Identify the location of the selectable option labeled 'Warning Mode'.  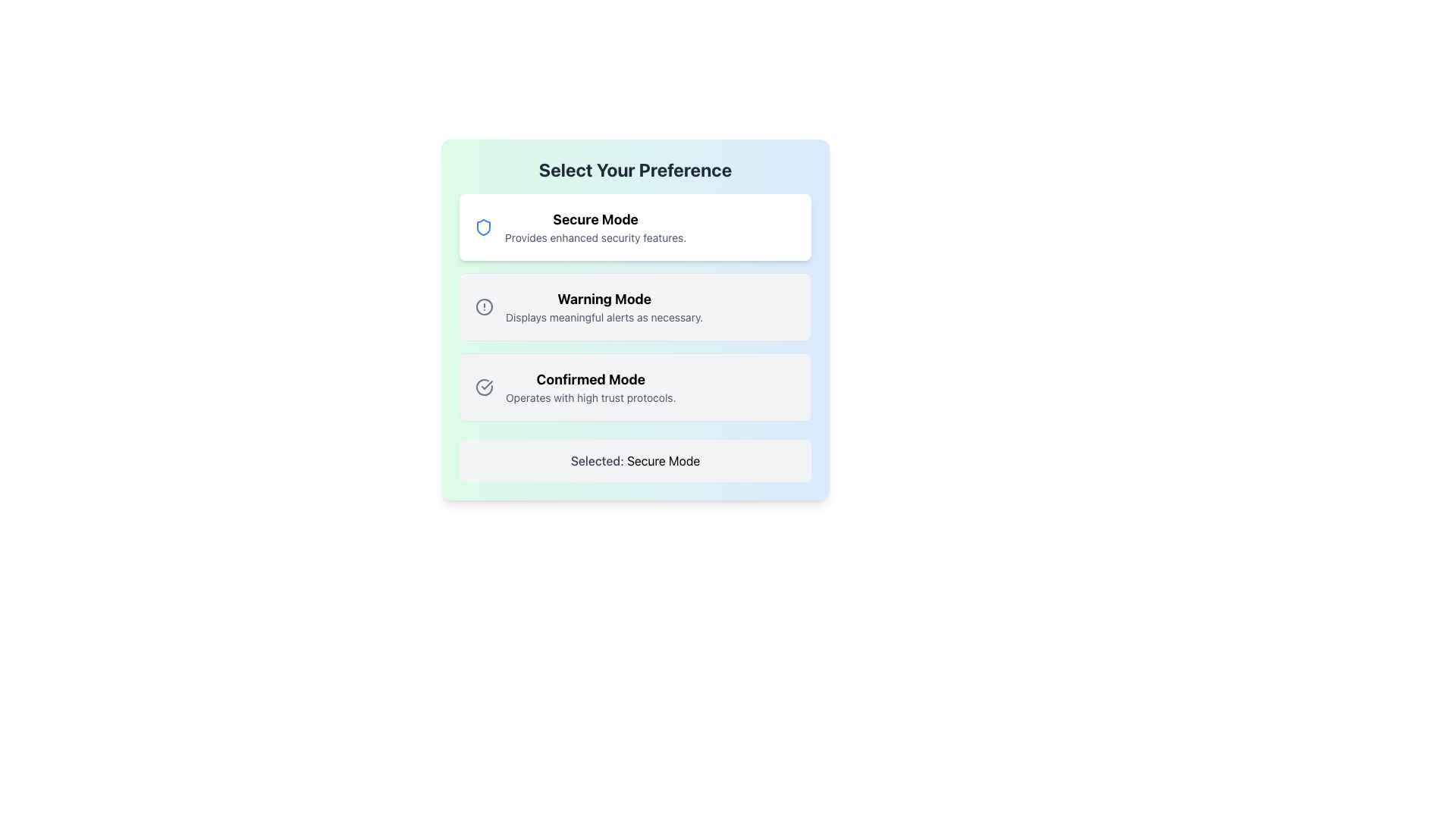
(604, 307).